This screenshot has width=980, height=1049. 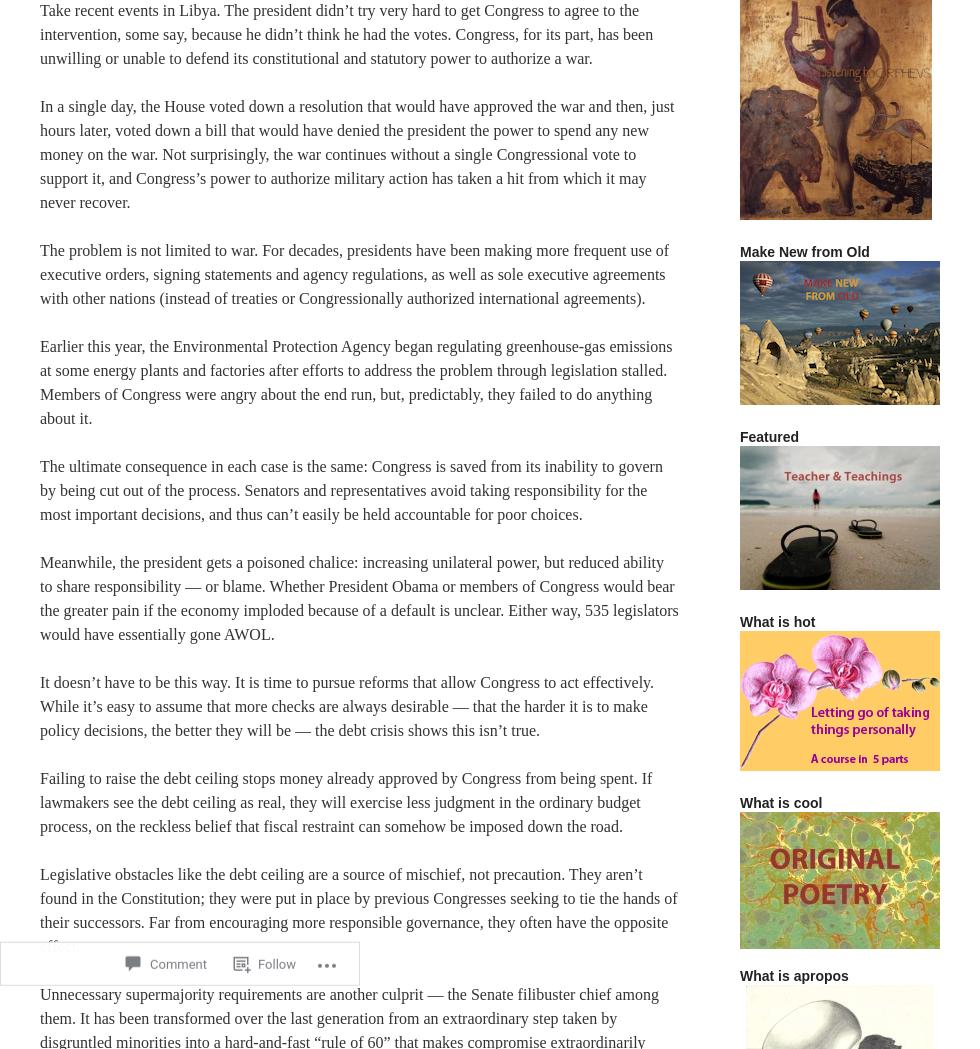 I want to click on 'Legislative obstacles like the debt ceiling are a source of mischief, not precaution. They aren’t found in the Constitution; they were put in place by previous Congresses seeking to tie the hands of their successors. Far from encouraging more responsible governance, they often have the opposite effect.', so click(x=39, y=909).